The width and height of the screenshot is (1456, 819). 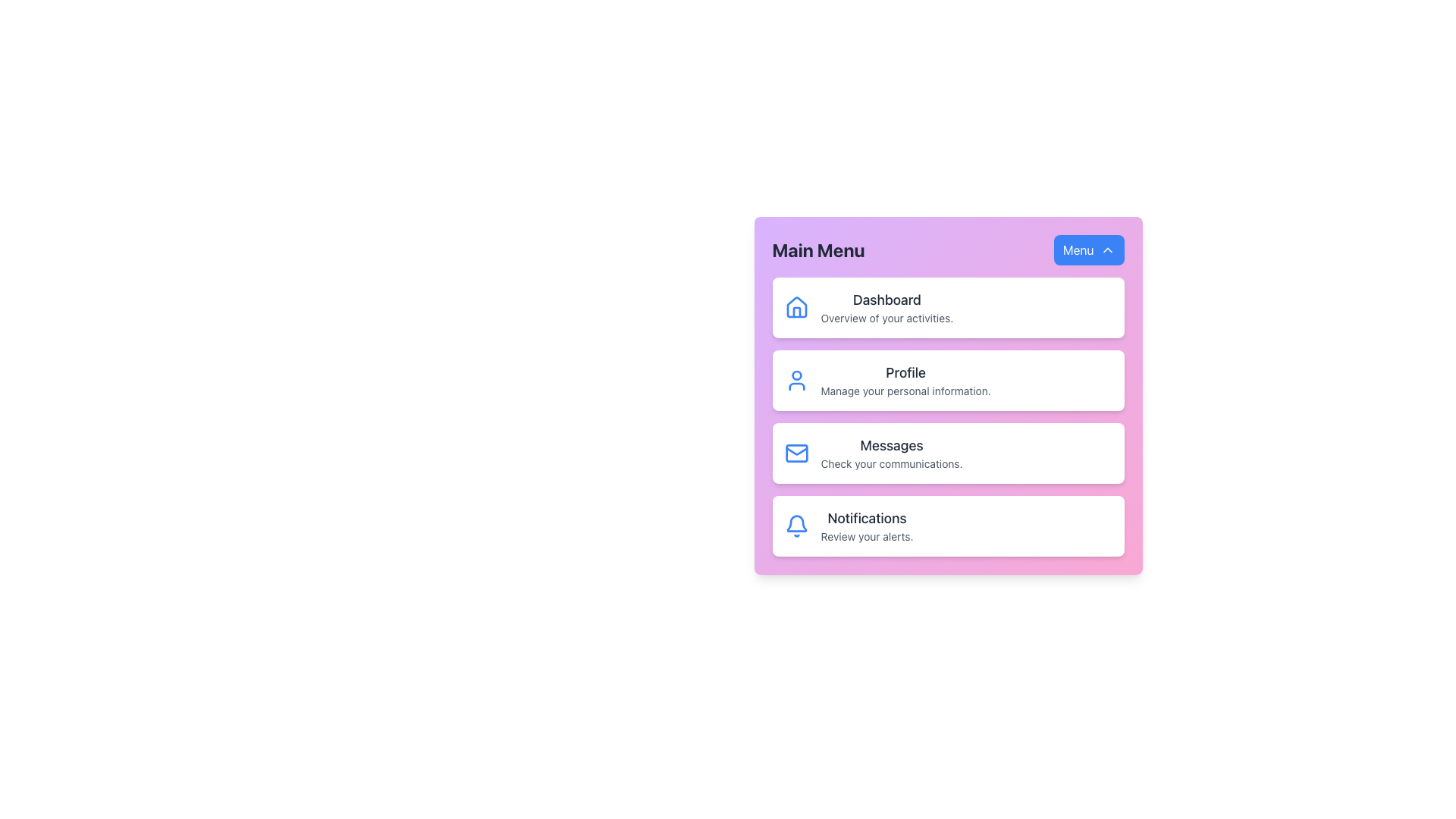 I want to click on description conveyed by the text block labeled 'Messages' which contains the bold text 'Messages' and the smaller gray text 'Check your communications.', so click(x=892, y=452).